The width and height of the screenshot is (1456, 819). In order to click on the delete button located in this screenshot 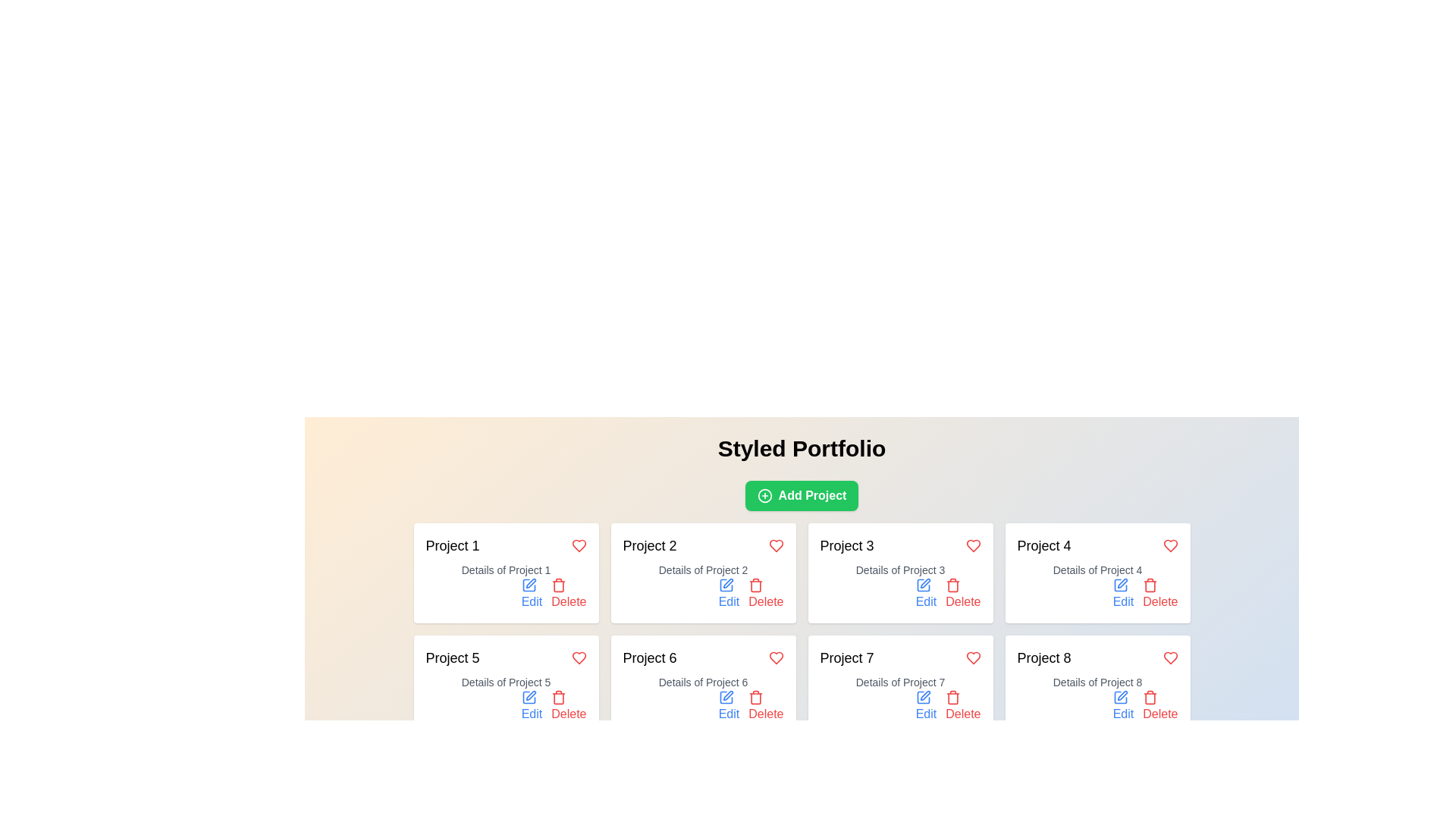, I will do `click(766, 707)`.